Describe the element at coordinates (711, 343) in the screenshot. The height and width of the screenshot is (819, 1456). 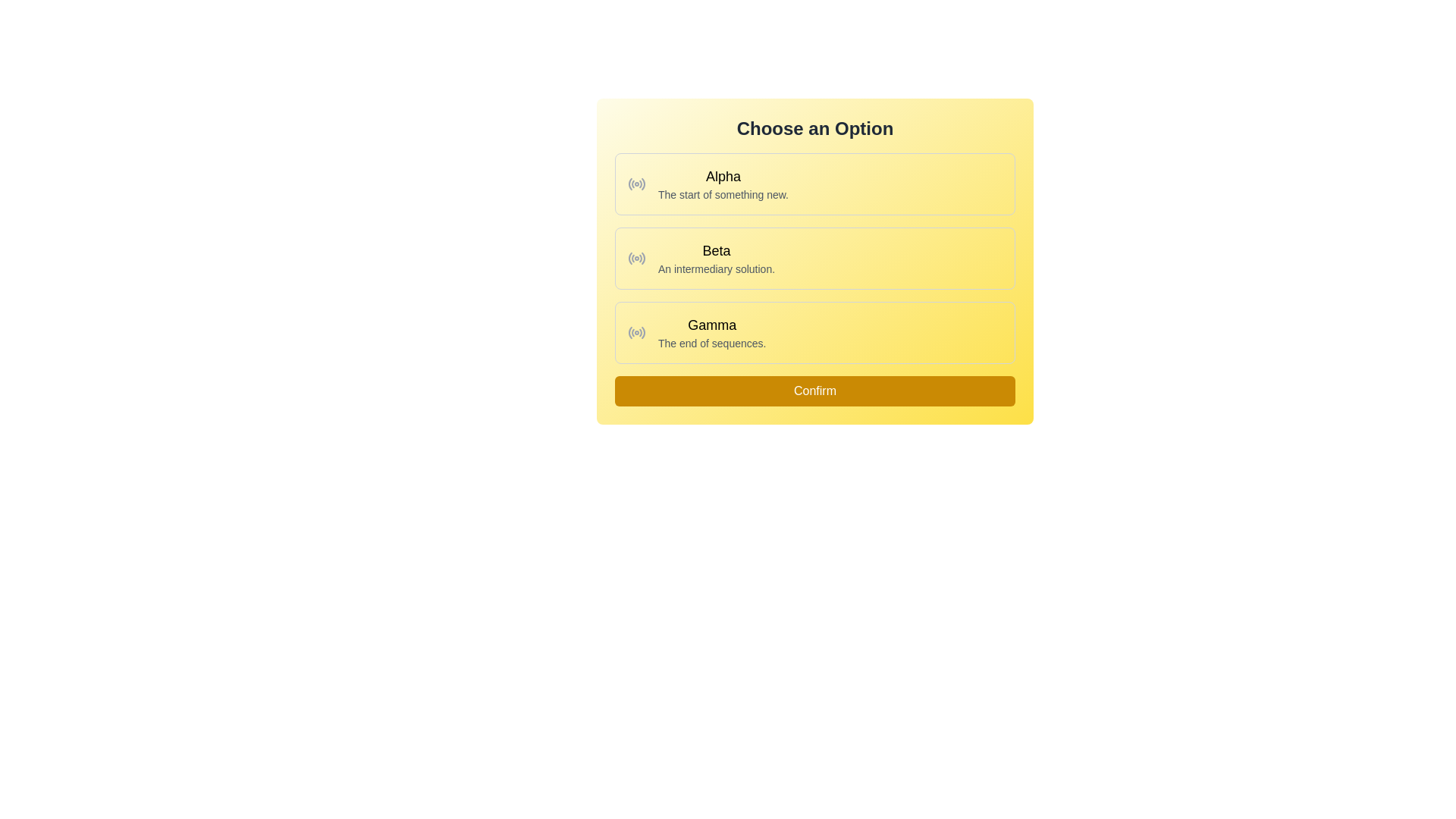
I see `the text fragment reading 'The end of sequences.' which is the descriptive subtitle for the 'Gamma' option, located underneath the label 'Gamma'` at that location.